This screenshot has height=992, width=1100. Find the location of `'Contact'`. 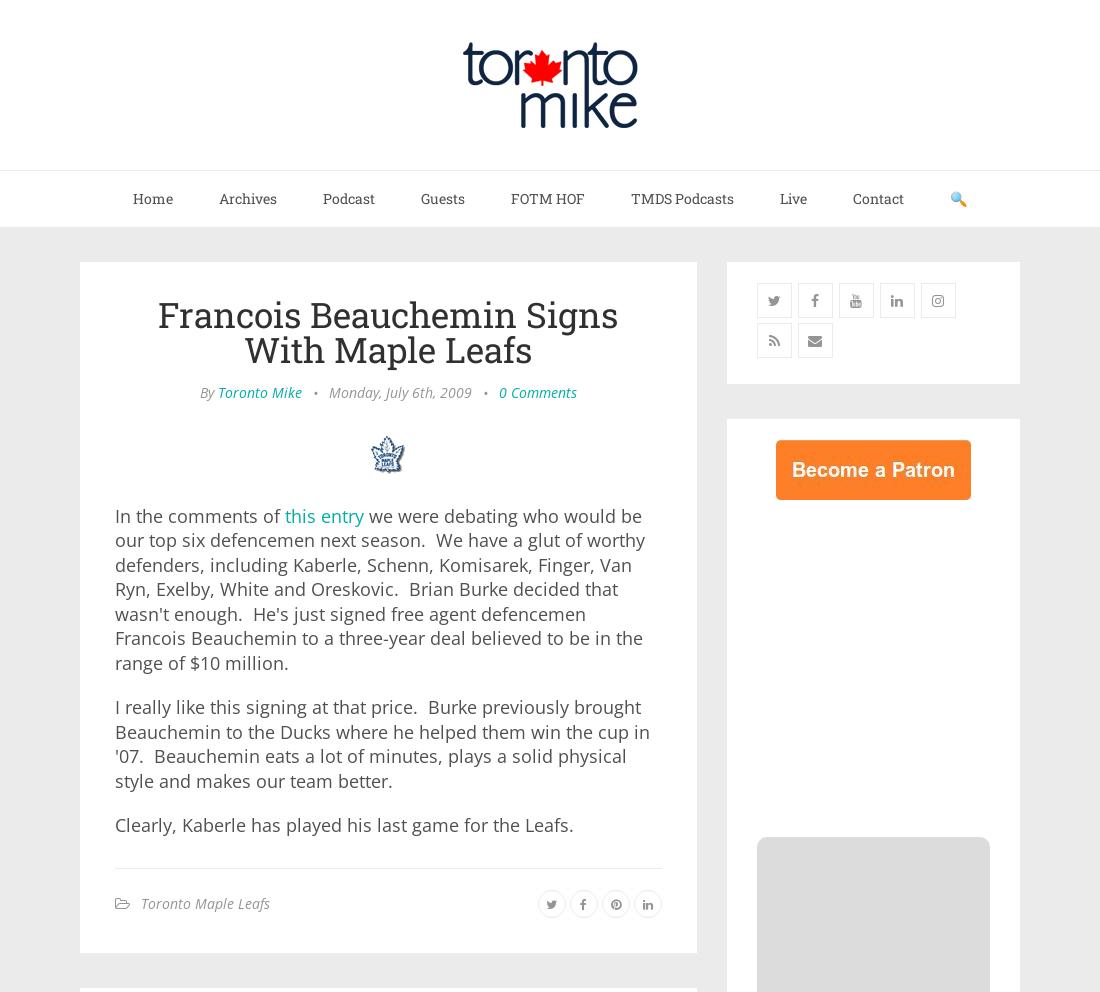

'Contact' is located at coordinates (877, 197).